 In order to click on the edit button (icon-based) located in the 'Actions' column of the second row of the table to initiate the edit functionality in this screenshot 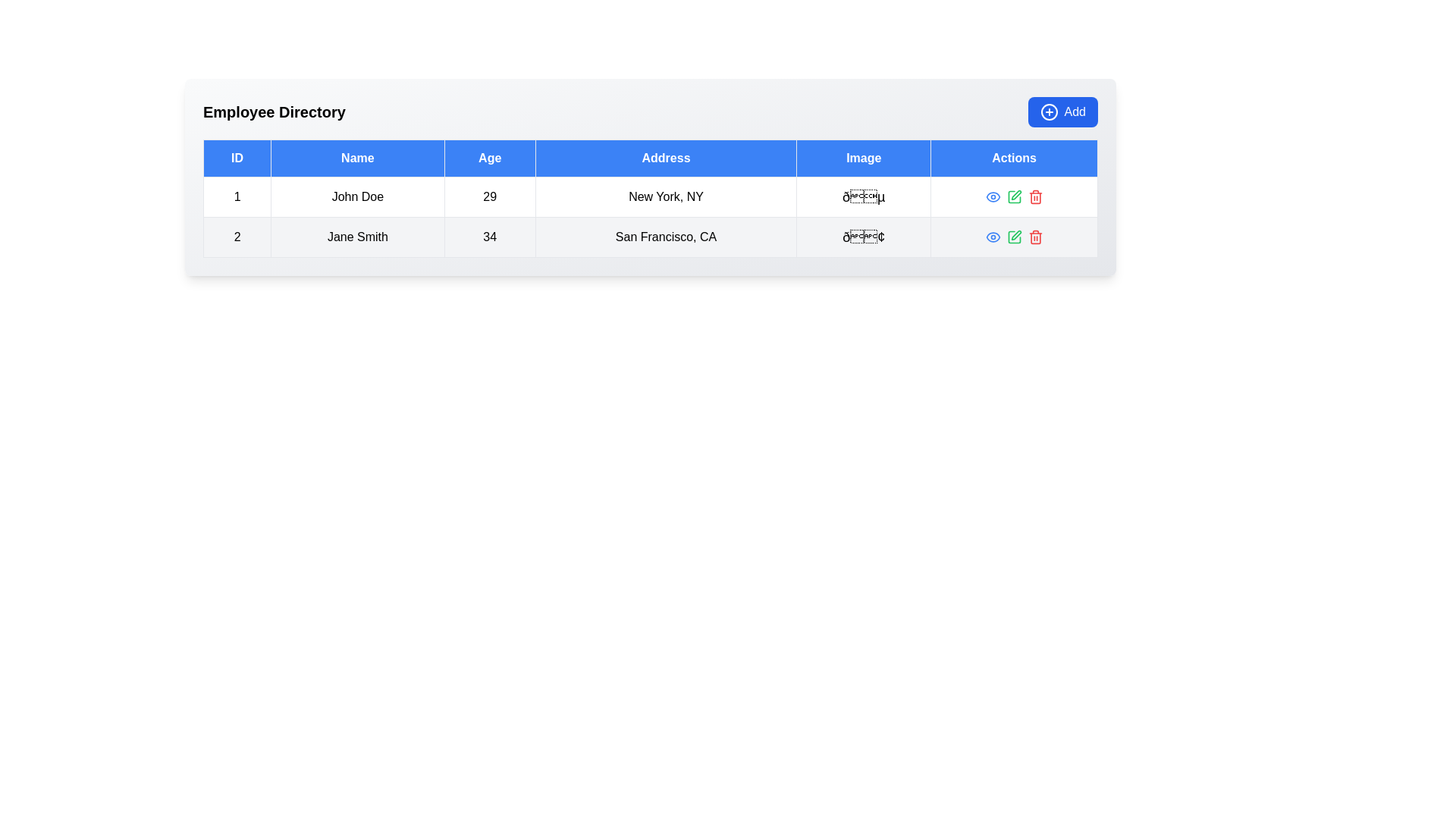, I will do `click(1014, 237)`.